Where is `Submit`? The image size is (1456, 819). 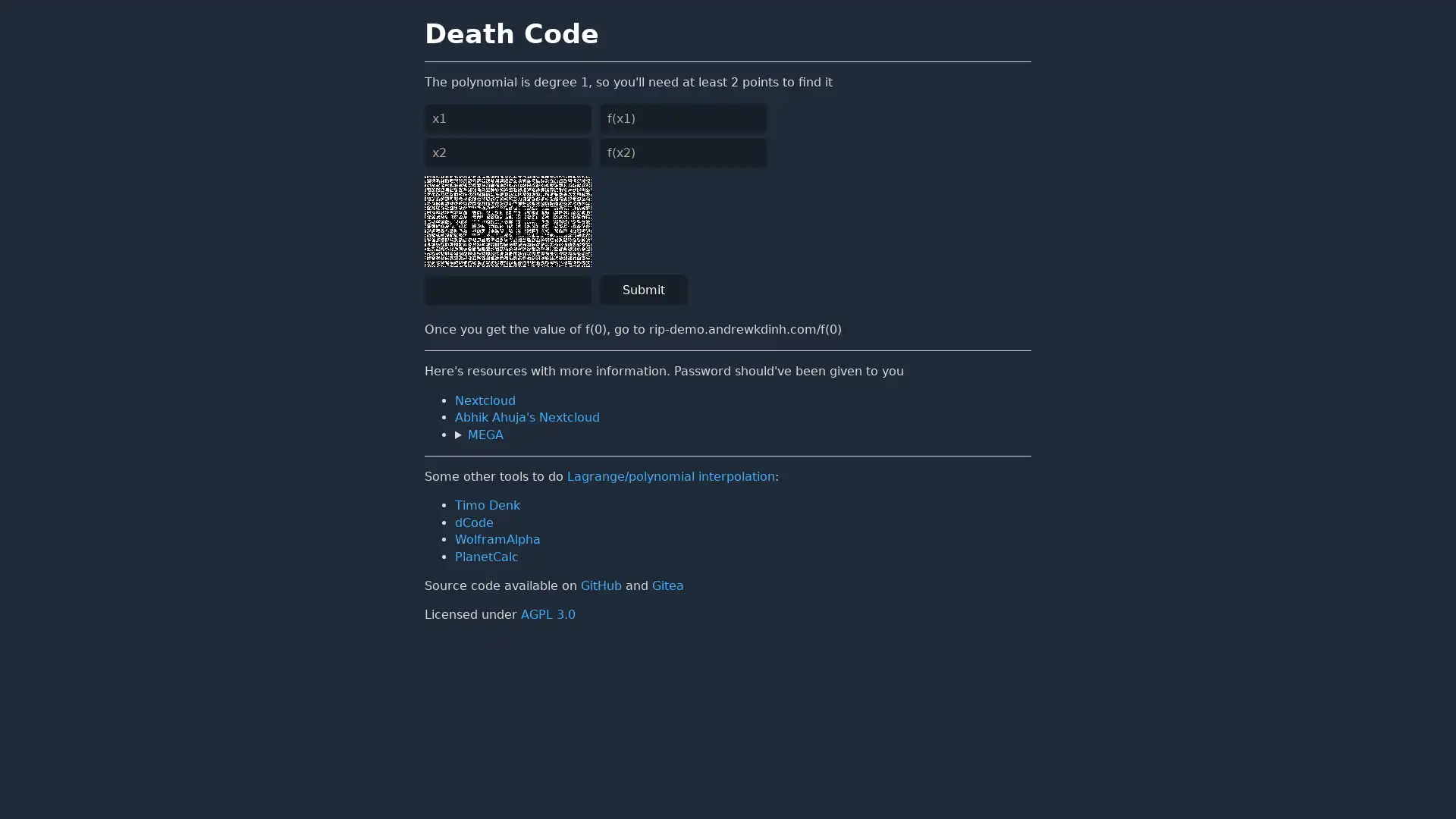 Submit is located at coordinates (644, 290).